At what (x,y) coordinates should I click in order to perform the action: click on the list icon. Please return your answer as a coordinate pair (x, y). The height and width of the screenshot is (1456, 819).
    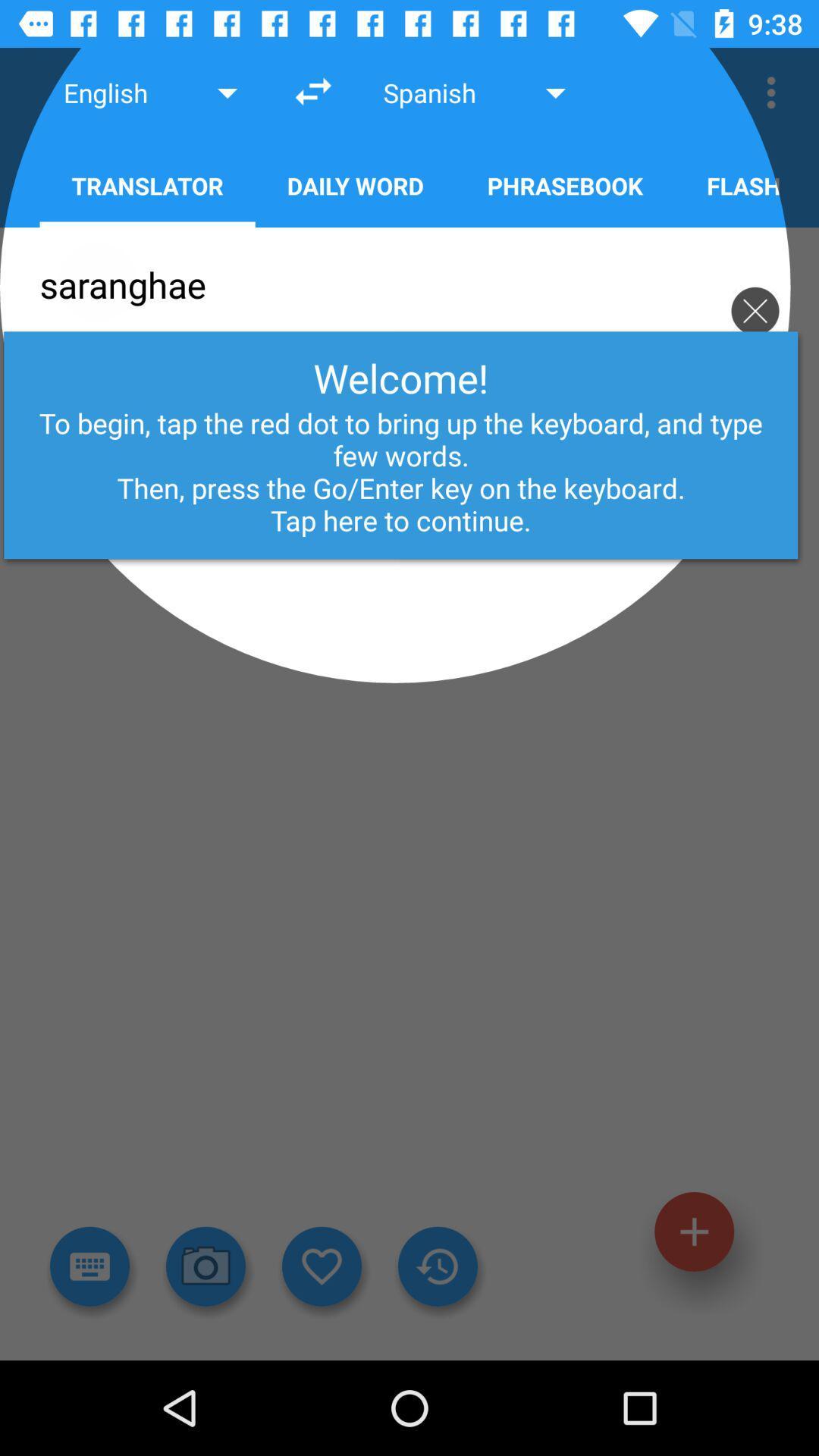
    Looking at the image, I should click on (89, 1266).